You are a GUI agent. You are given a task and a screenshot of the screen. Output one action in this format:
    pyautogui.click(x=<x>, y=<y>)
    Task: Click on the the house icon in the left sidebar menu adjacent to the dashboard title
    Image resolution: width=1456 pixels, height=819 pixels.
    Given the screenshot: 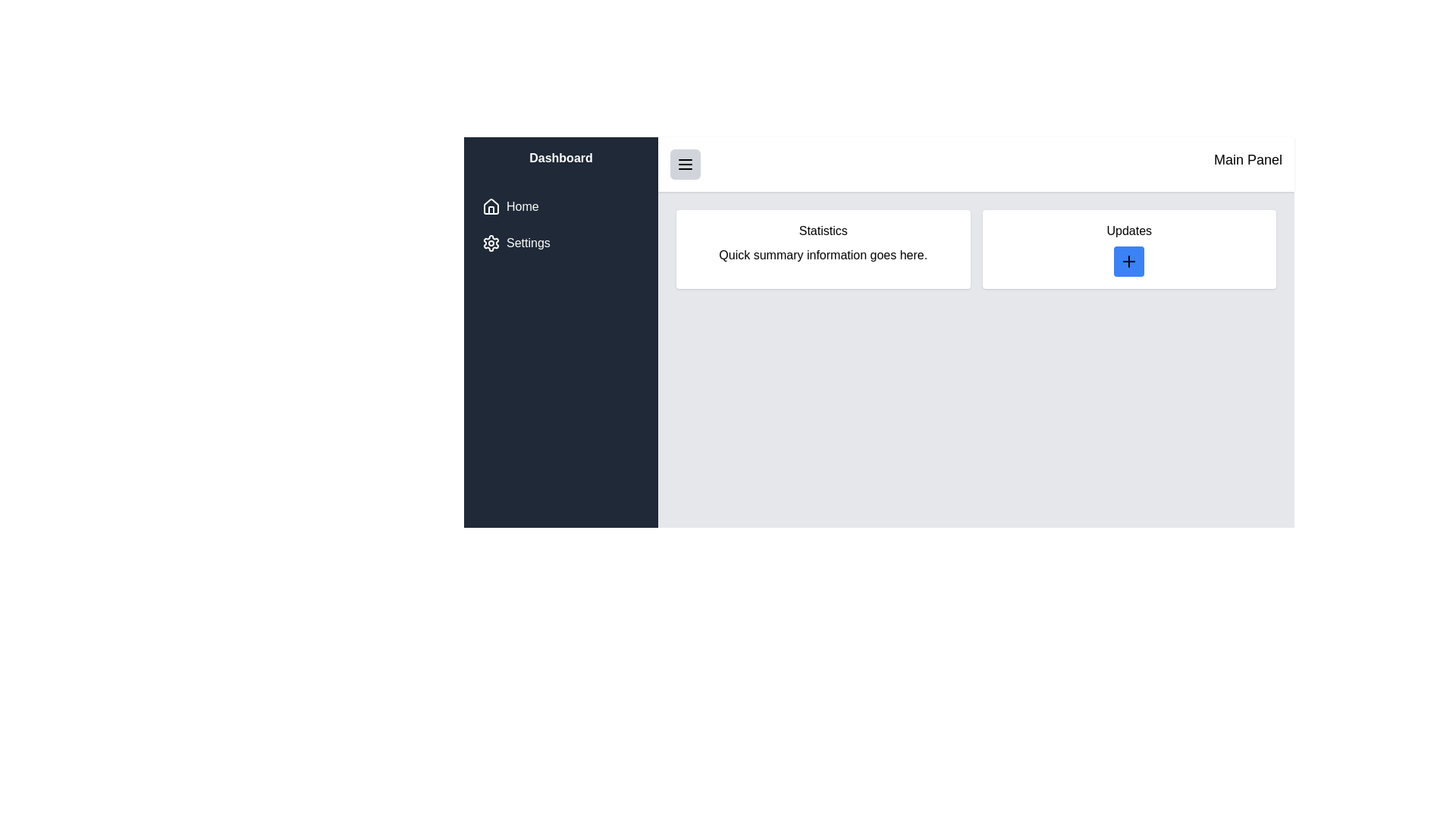 What is the action you would take?
    pyautogui.click(x=491, y=206)
    